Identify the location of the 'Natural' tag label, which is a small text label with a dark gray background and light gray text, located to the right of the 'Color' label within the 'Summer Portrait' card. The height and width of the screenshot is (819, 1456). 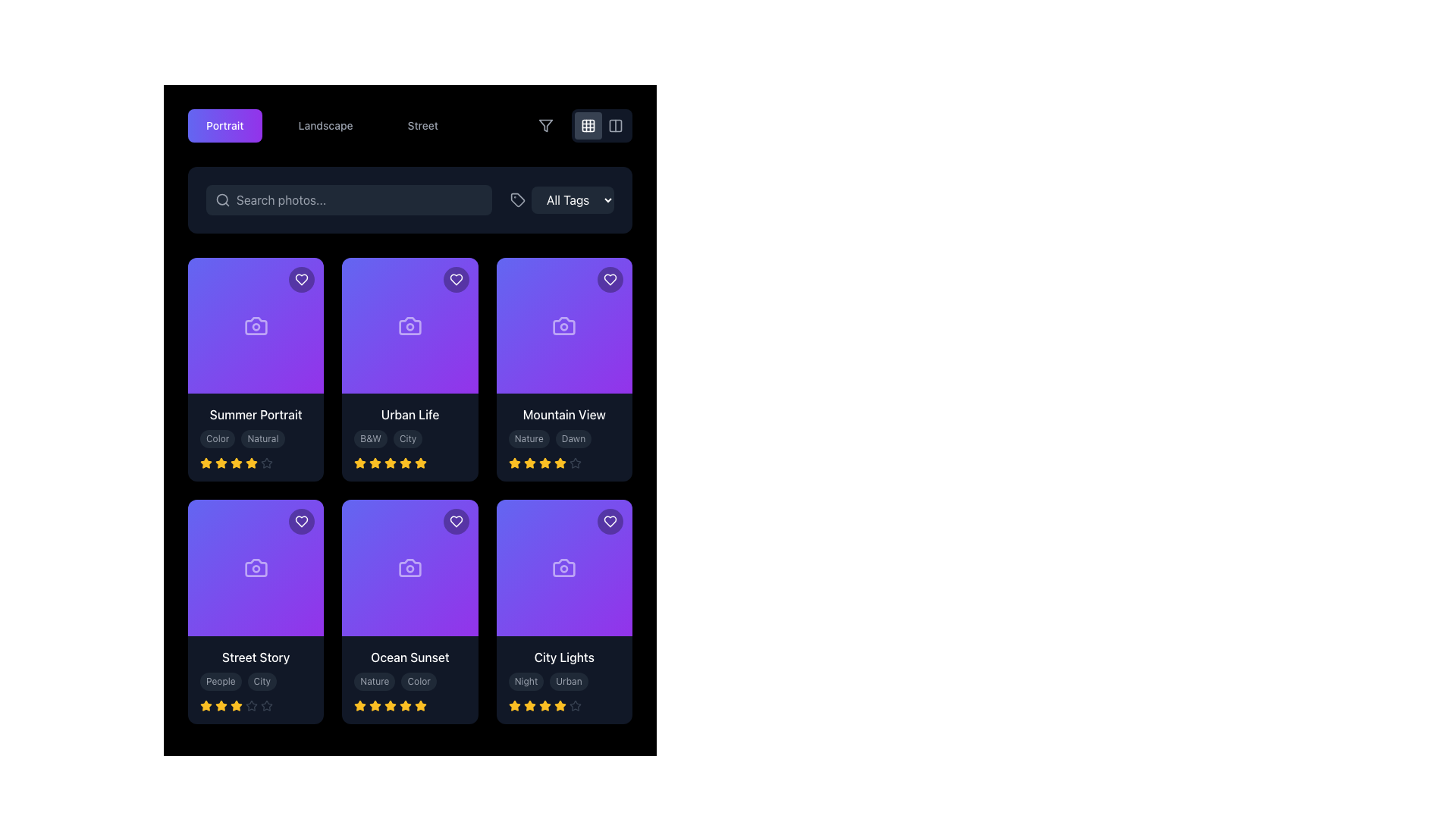
(262, 439).